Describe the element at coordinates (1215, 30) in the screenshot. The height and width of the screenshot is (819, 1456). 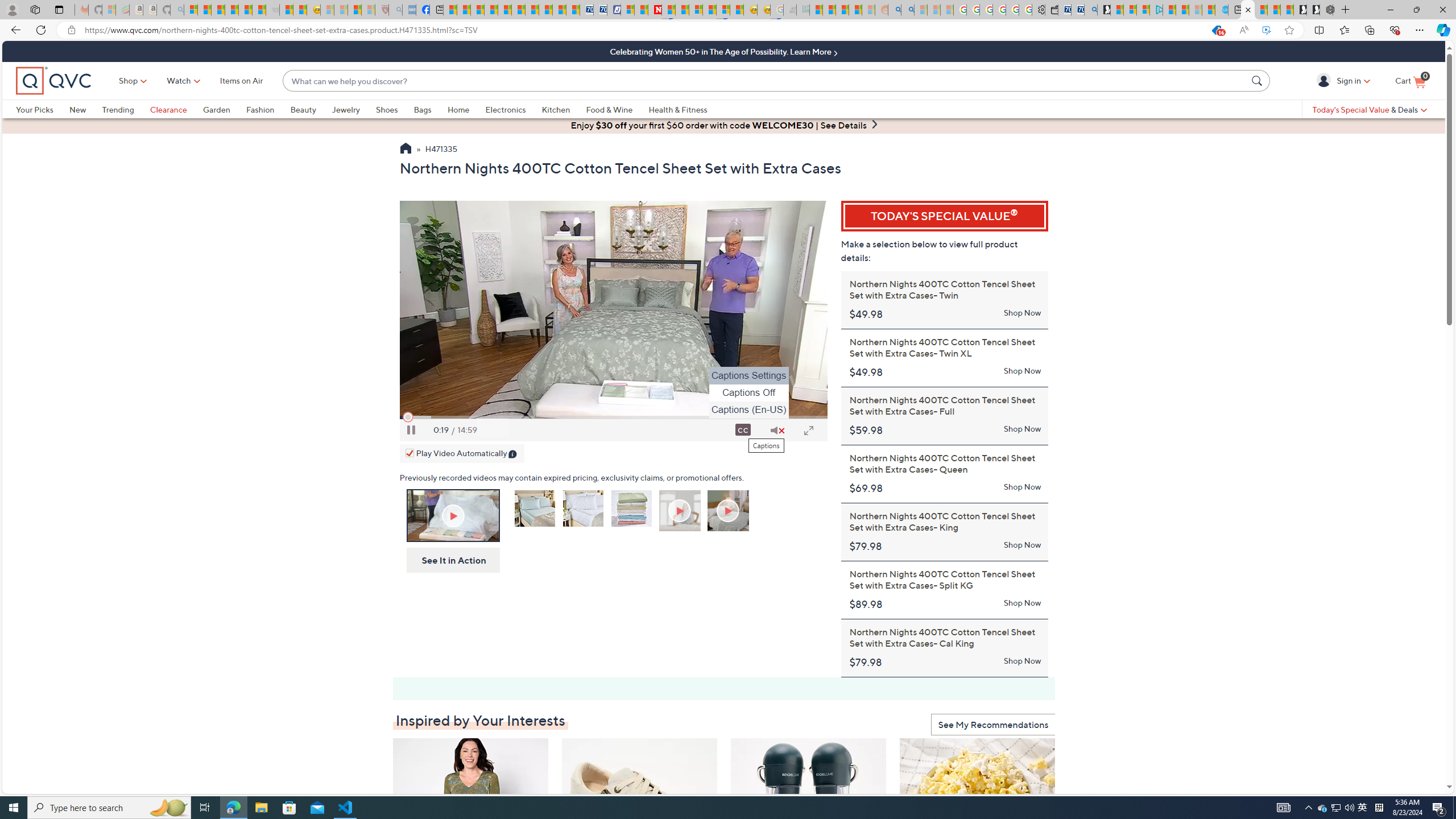
I see `'This site has coupons! Shopping in Microsoft Edge, 16'` at that location.